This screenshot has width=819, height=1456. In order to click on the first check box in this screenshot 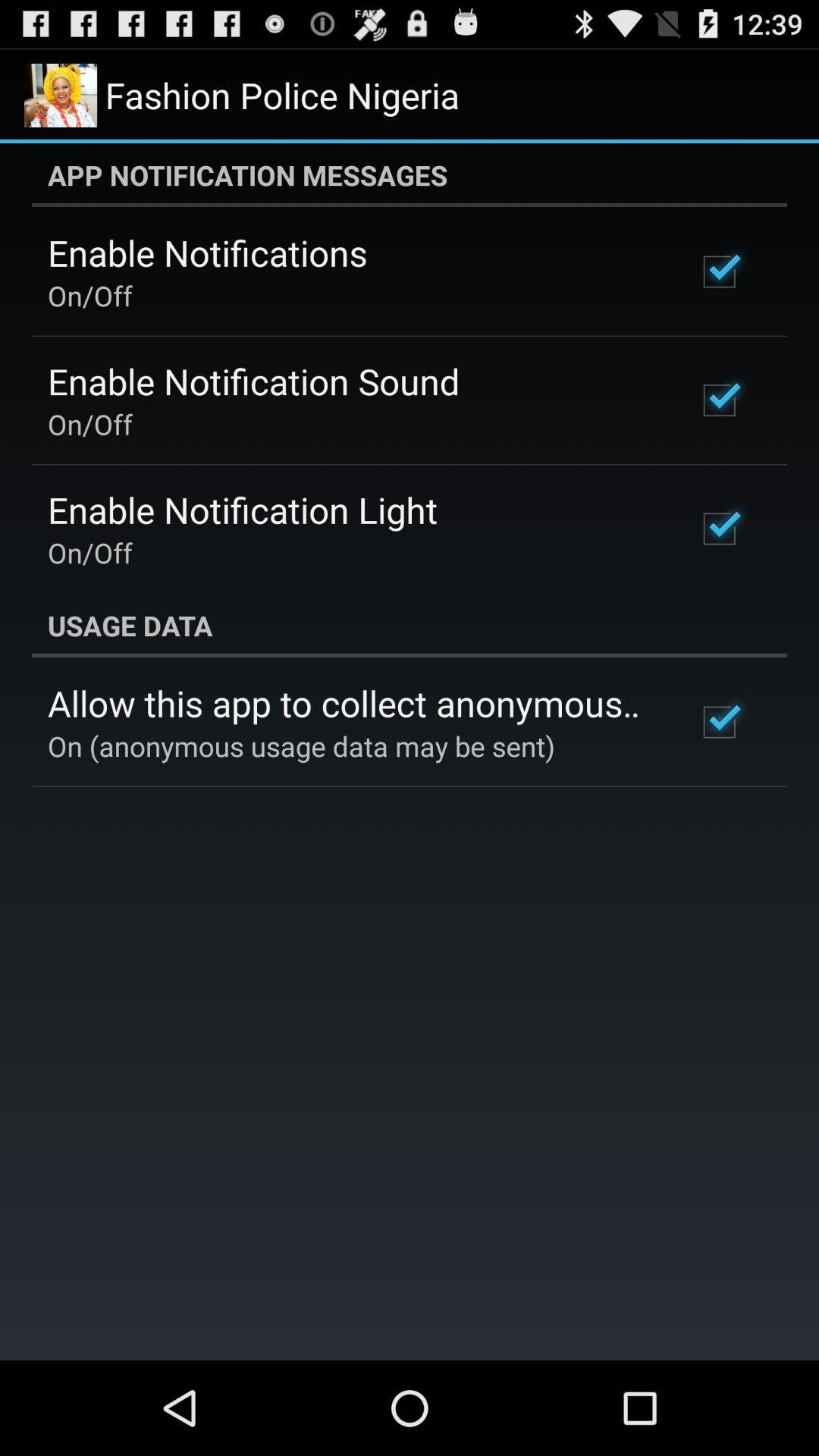, I will do `click(718, 272)`.